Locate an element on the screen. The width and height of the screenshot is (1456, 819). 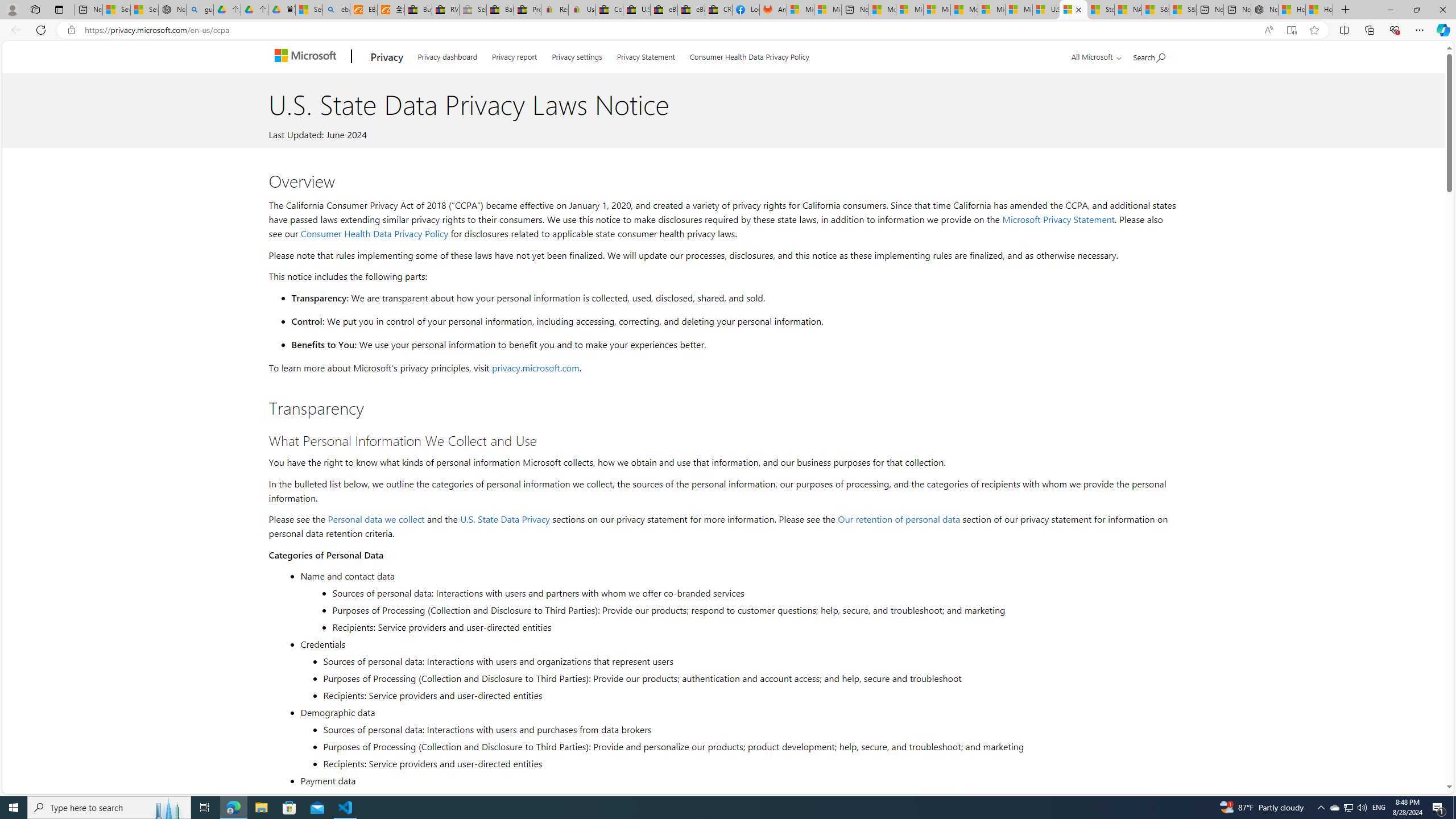
'Personal data we collect' is located at coordinates (375, 518).